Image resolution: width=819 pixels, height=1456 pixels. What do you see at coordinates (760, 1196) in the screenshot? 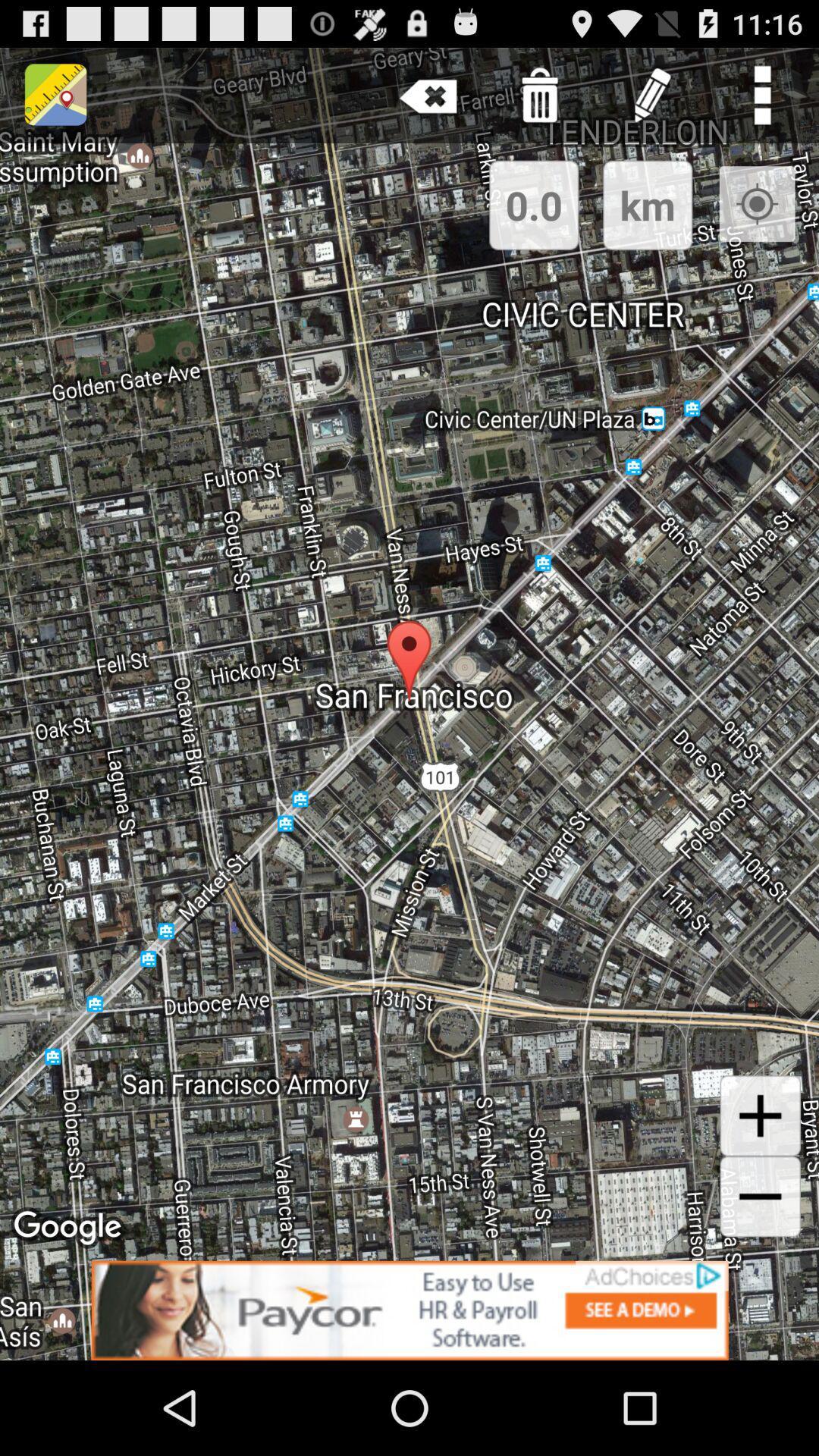
I see `zoom out` at bounding box center [760, 1196].